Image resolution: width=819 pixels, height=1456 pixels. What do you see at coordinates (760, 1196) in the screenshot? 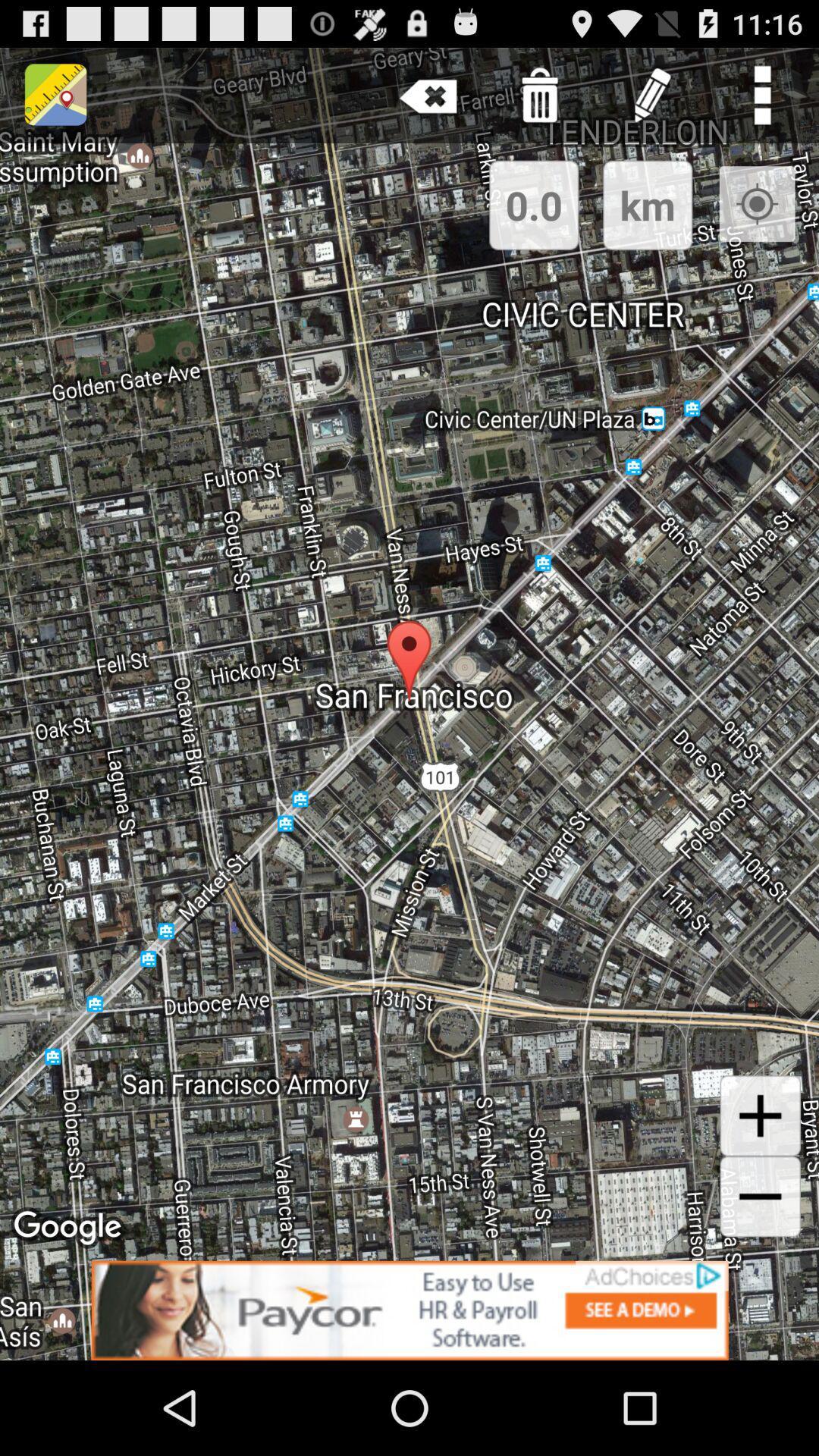
I see `zoom out` at bounding box center [760, 1196].